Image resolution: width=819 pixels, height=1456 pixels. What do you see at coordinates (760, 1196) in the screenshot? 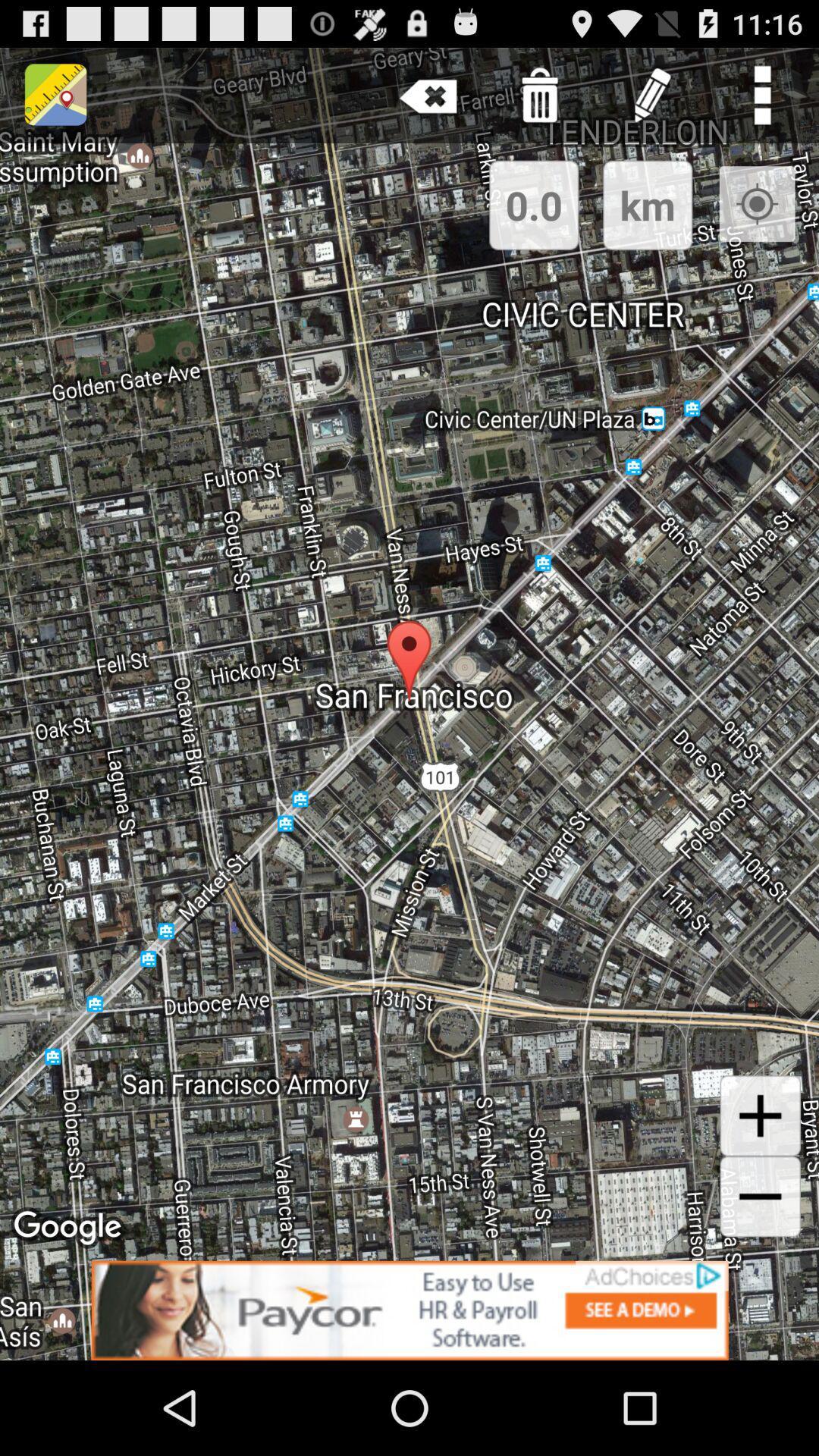
I see `zoom out` at bounding box center [760, 1196].